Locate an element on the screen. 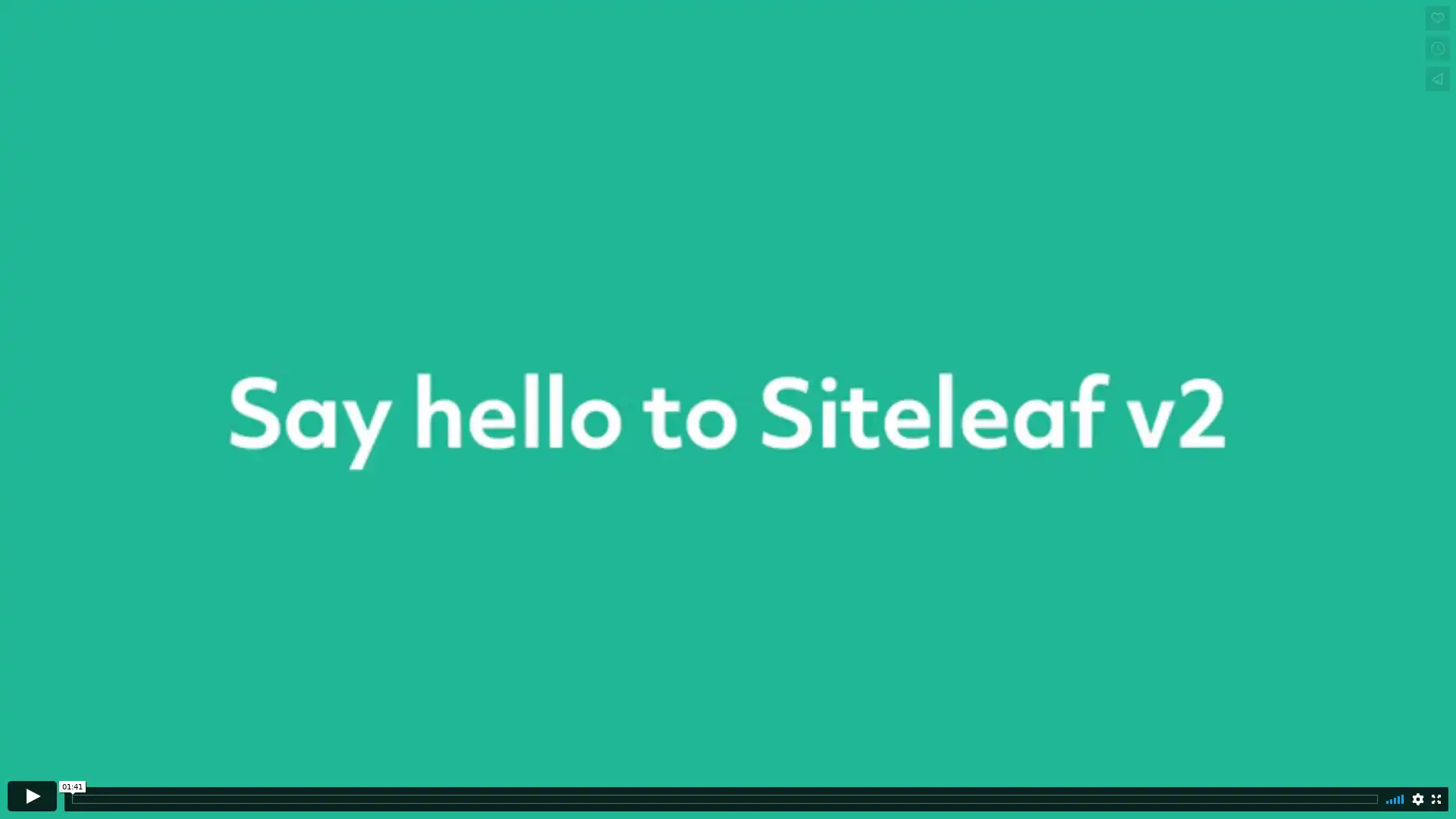 The height and width of the screenshot is (819, 1456). Add to Watch Later (this opens in a new window) is located at coordinates (1437, 48).